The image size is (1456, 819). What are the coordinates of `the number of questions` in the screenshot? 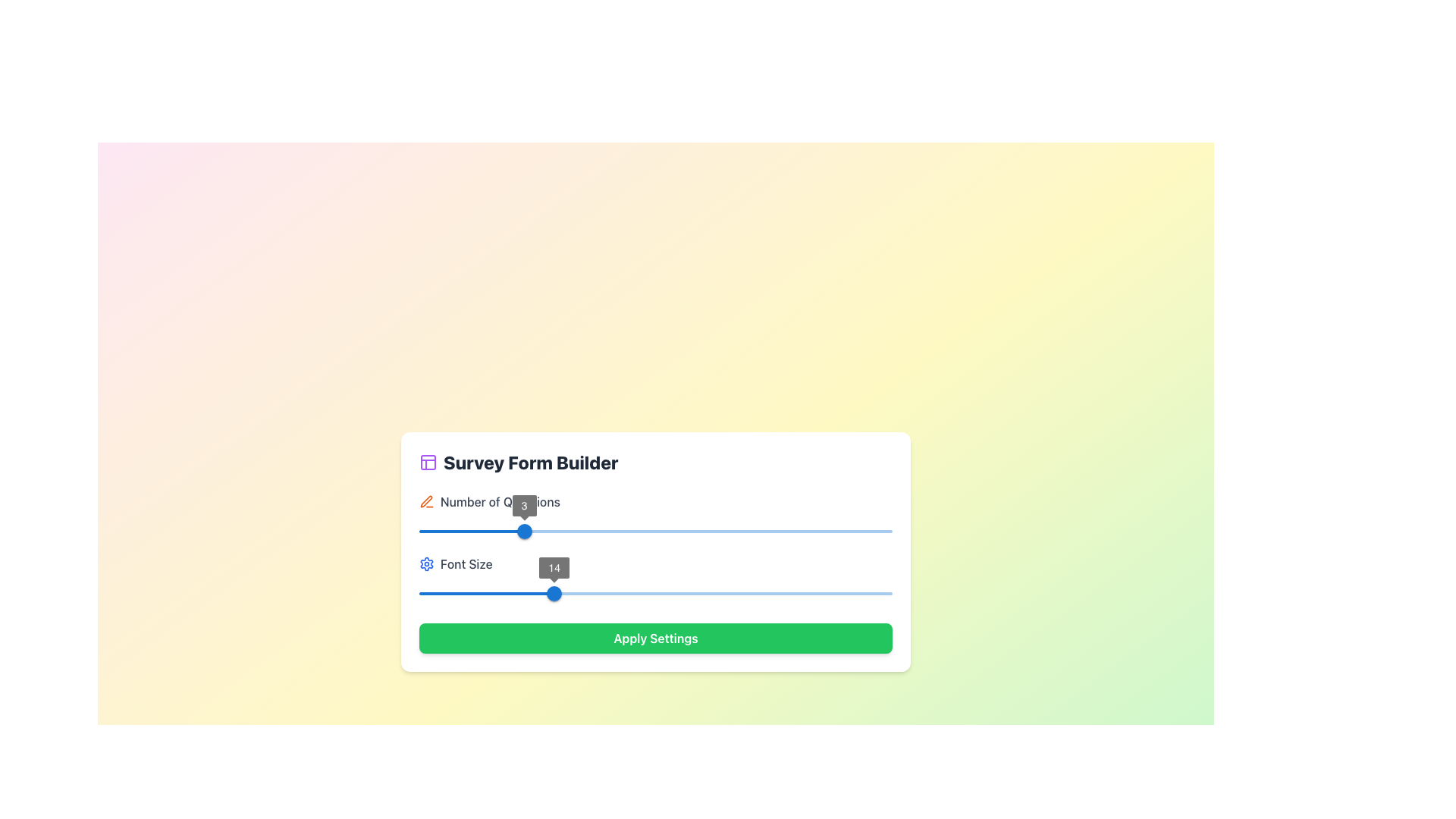 It's located at (539, 531).